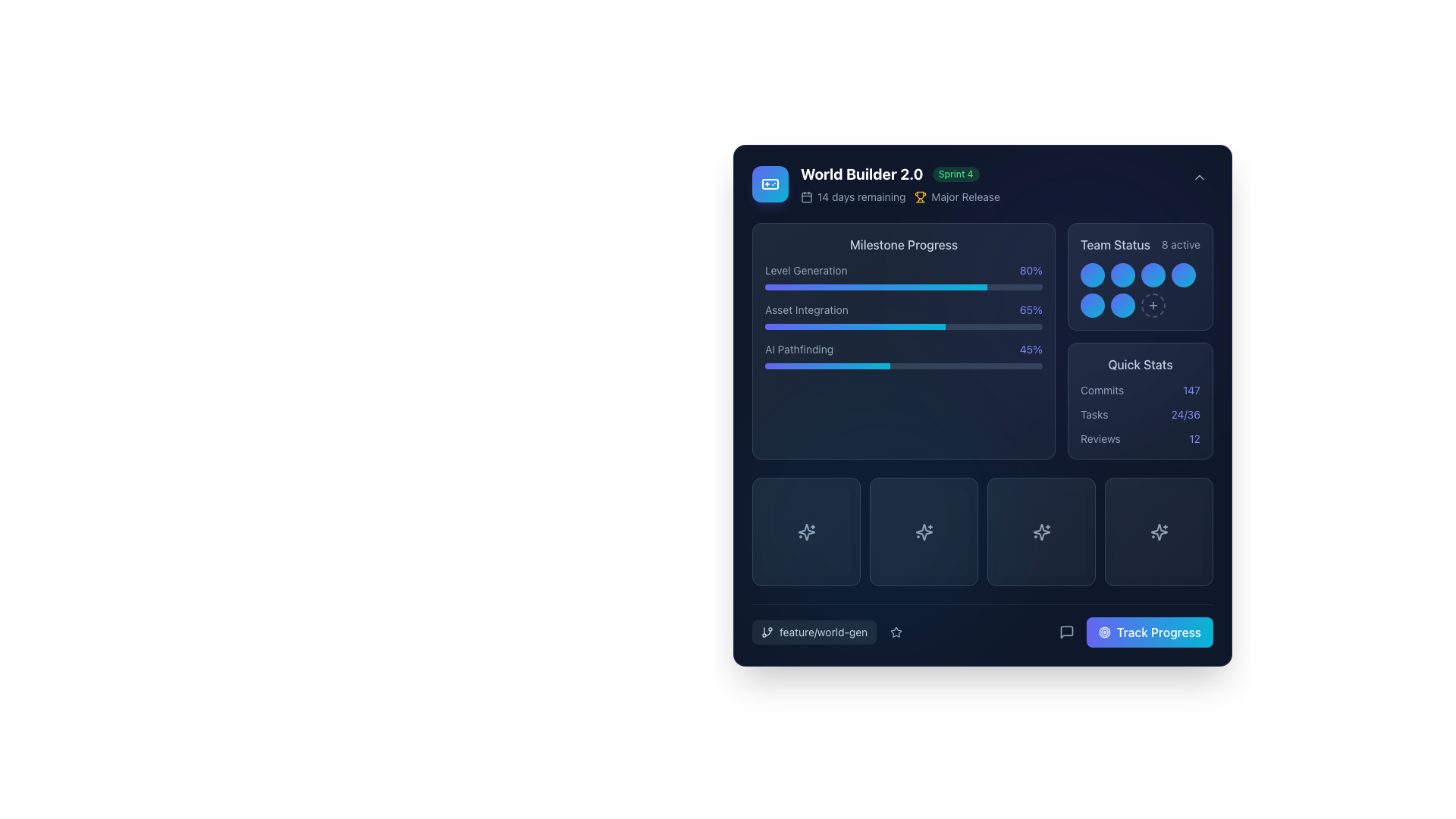 This screenshot has height=819, width=1456. What do you see at coordinates (1104, 632) in the screenshot?
I see `the decorative circular icon located to the left of the 'Track Progress' button at the bottom-right corner of the interface` at bounding box center [1104, 632].